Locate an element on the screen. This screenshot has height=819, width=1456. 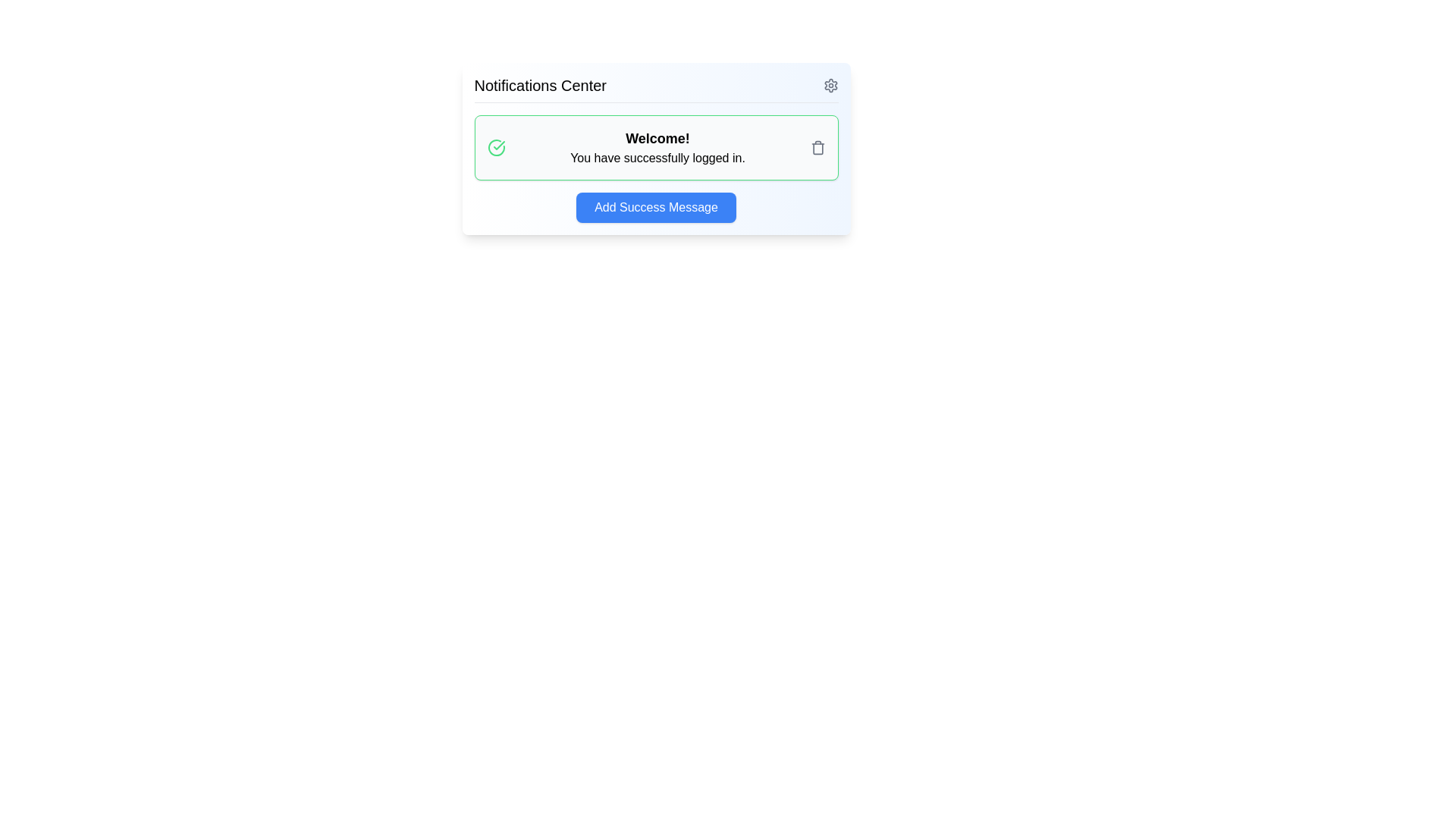
the static text element that notifies the user of a successful login, located below the 'Welcome!' heading within a bordered box with a green outline is located at coordinates (657, 158).